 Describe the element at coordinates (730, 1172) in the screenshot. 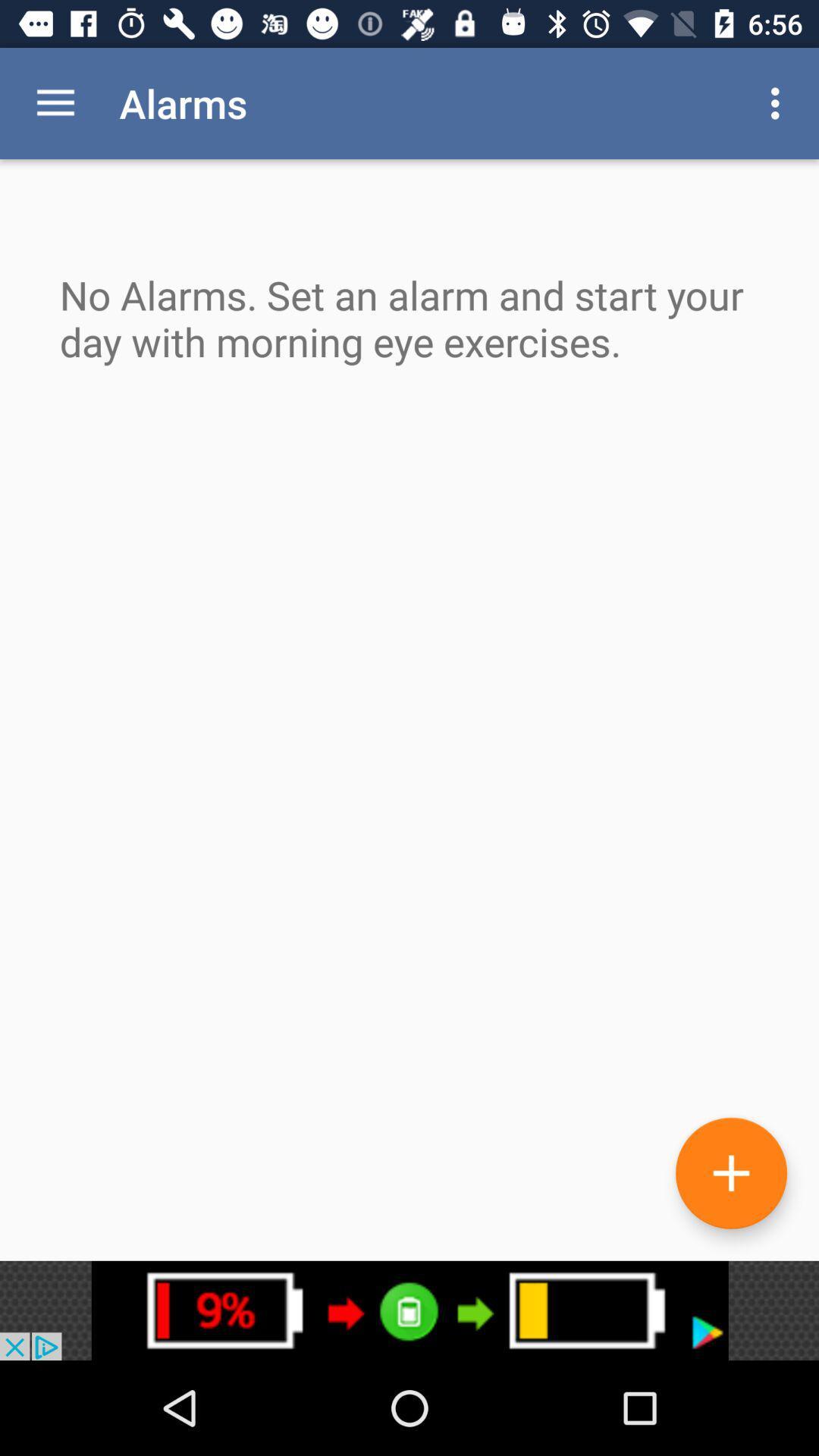

I see `alarm` at that location.